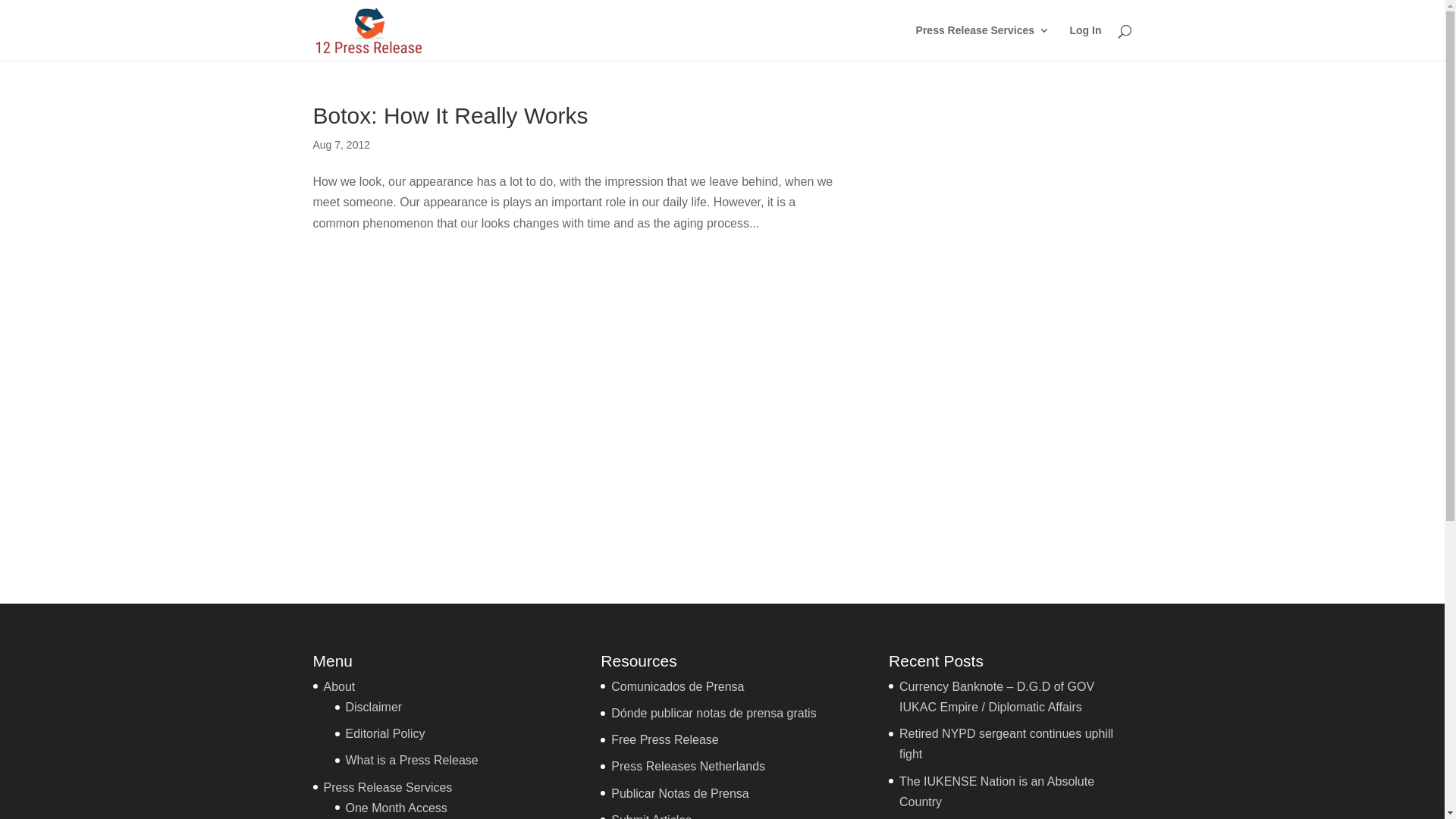 This screenshot has height=819, width=1456. What do you see at coordinates (337, 686) in the screenshot?
I see `'About'` at bounding box center [337, 686].